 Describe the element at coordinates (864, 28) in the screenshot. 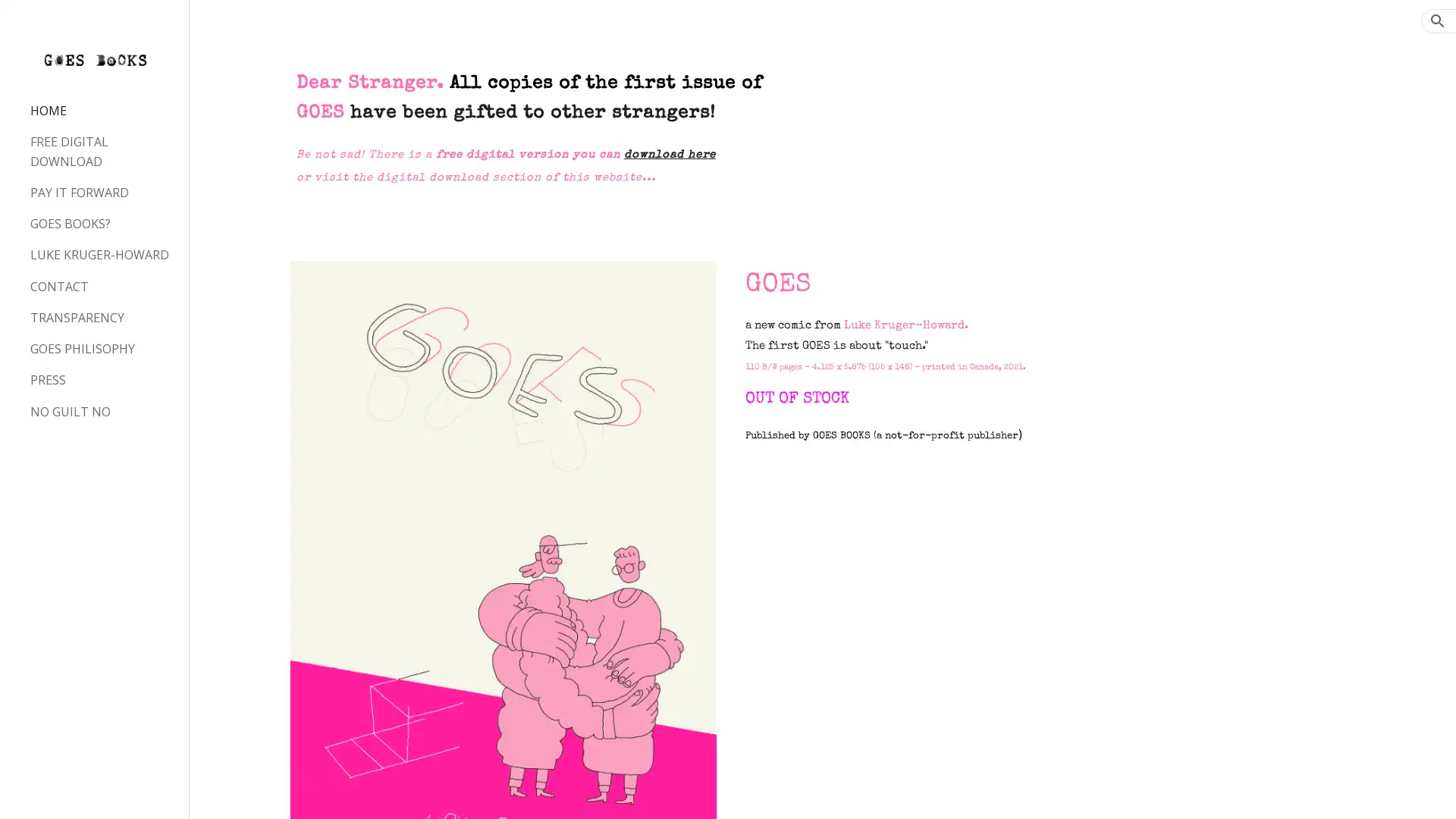

I see `Skip to navigation` at that location.